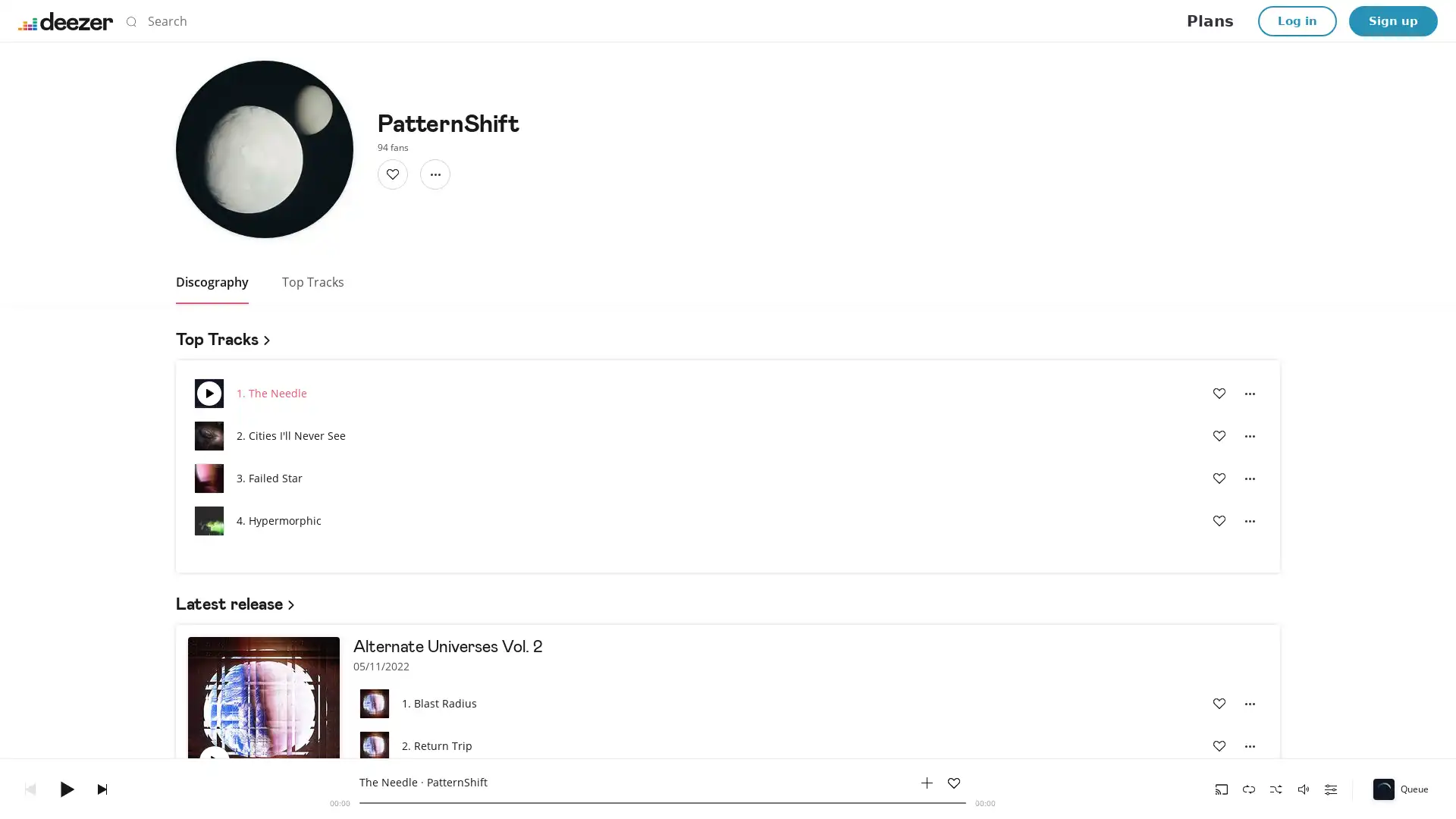 The image size is (1456, 819). Describe the element at coordinates (208, 435) in the screenshot. I see `Play Cities I'll Never See by PatternShift` at that location.